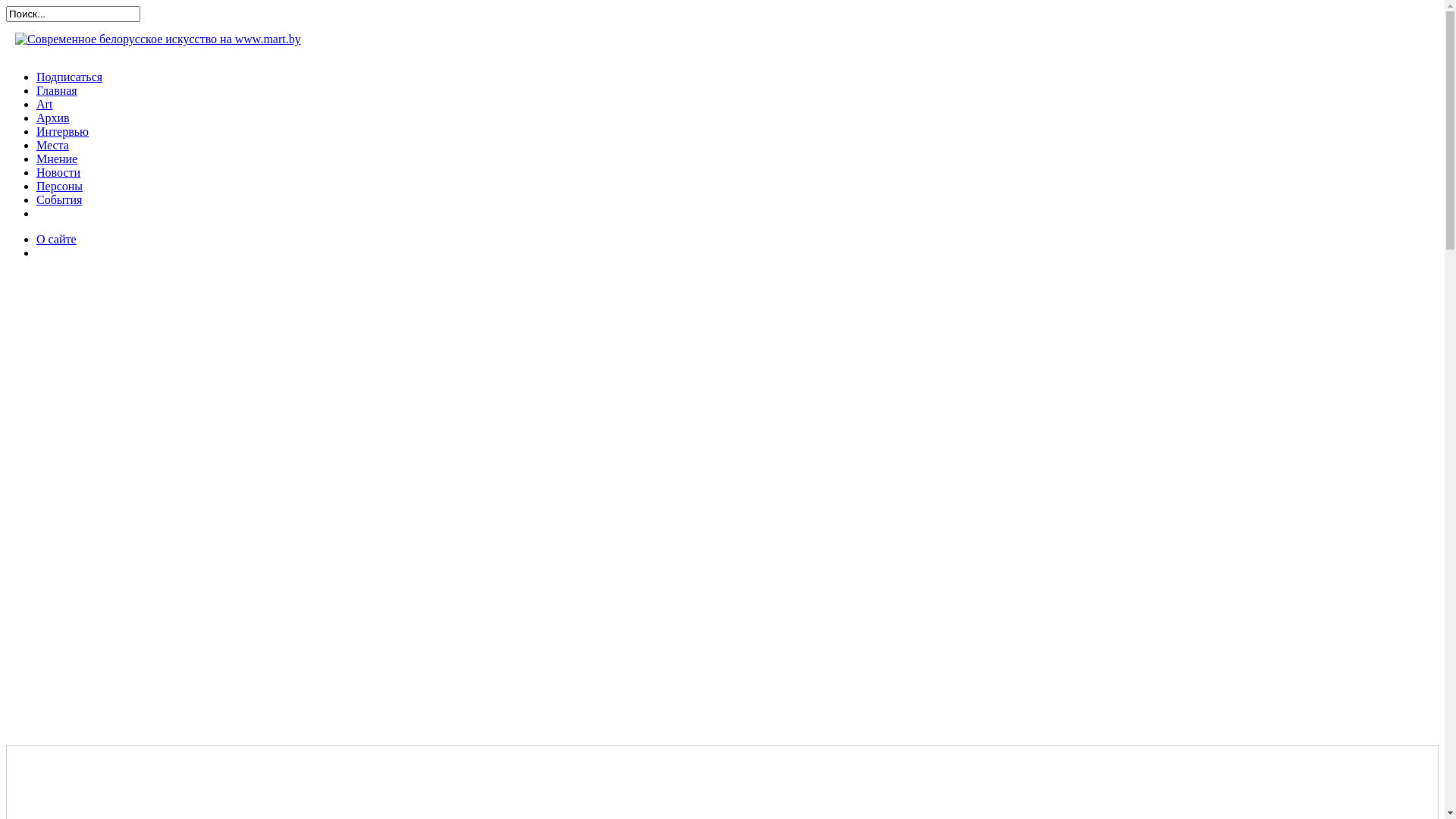 The image size is (1456, 819). I want to click on 'Art', so click(36, 103).